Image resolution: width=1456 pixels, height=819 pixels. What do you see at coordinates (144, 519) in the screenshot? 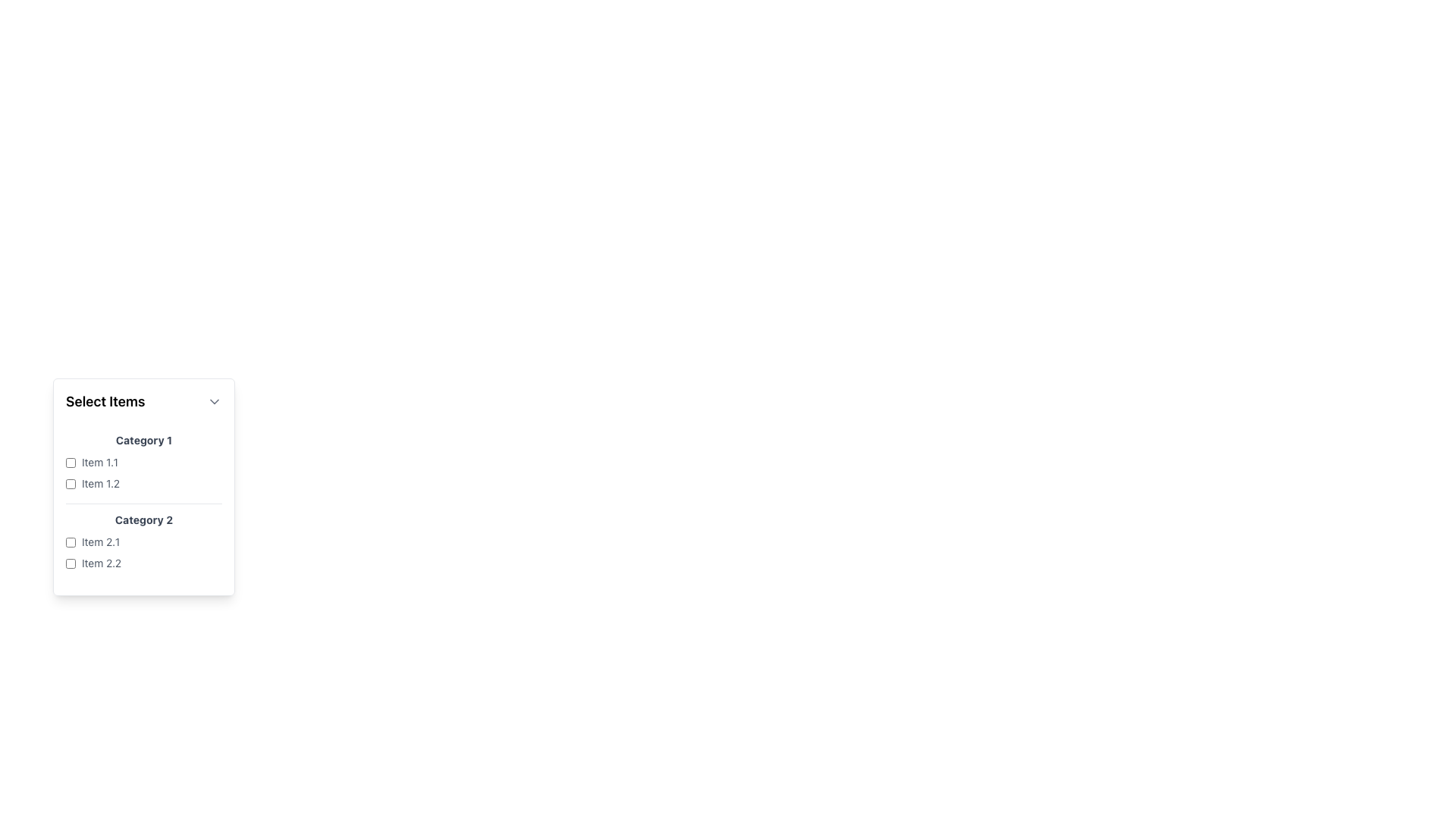
I see `the text label 'Category 2', which is a bold gray header positioned below 'Category 1' in the dropdown list` at bounding box center [144, 519].